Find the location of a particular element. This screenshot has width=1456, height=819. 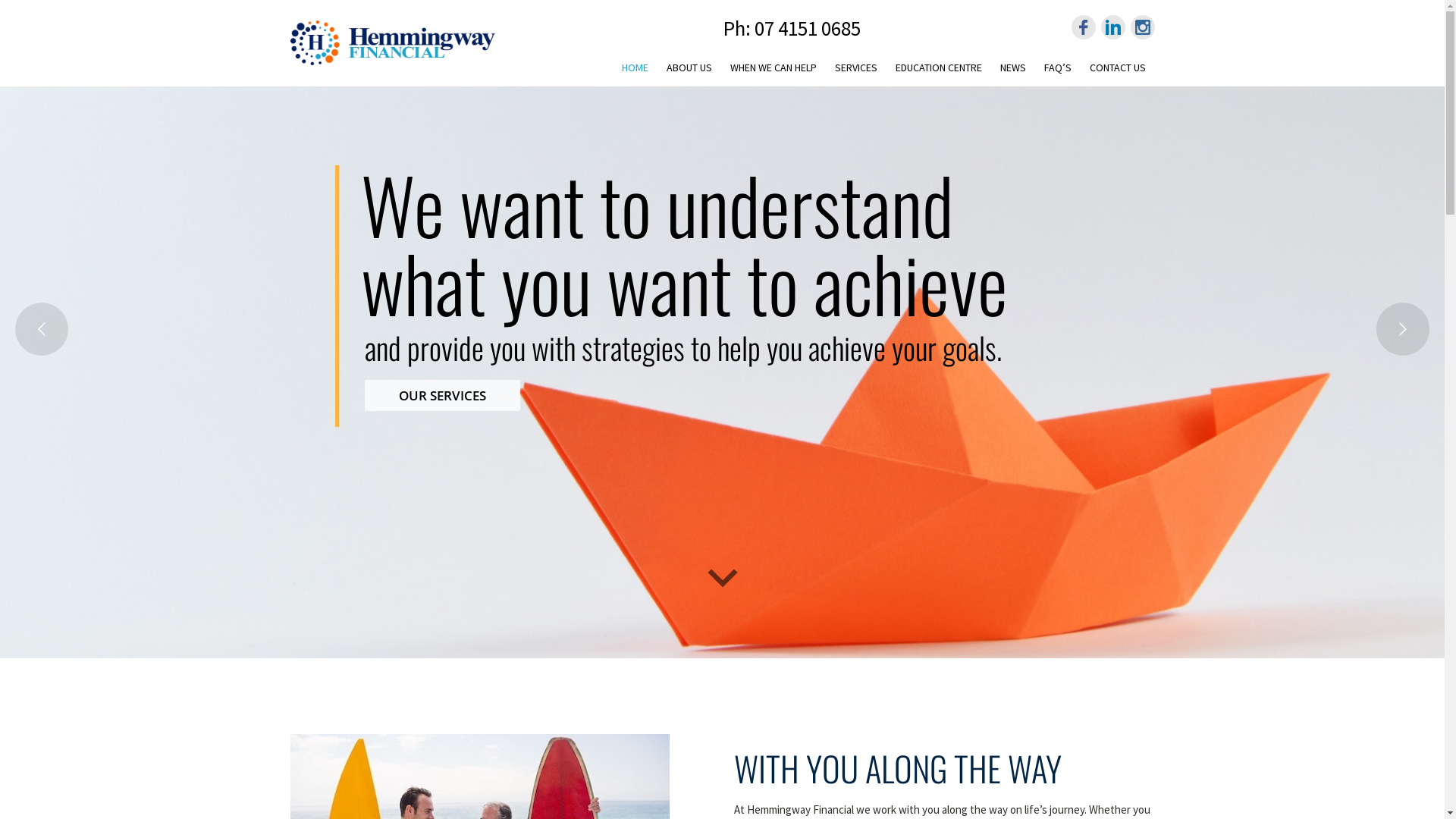

'Visit us on LinkedIn' is located at coordinates (1113, 27).